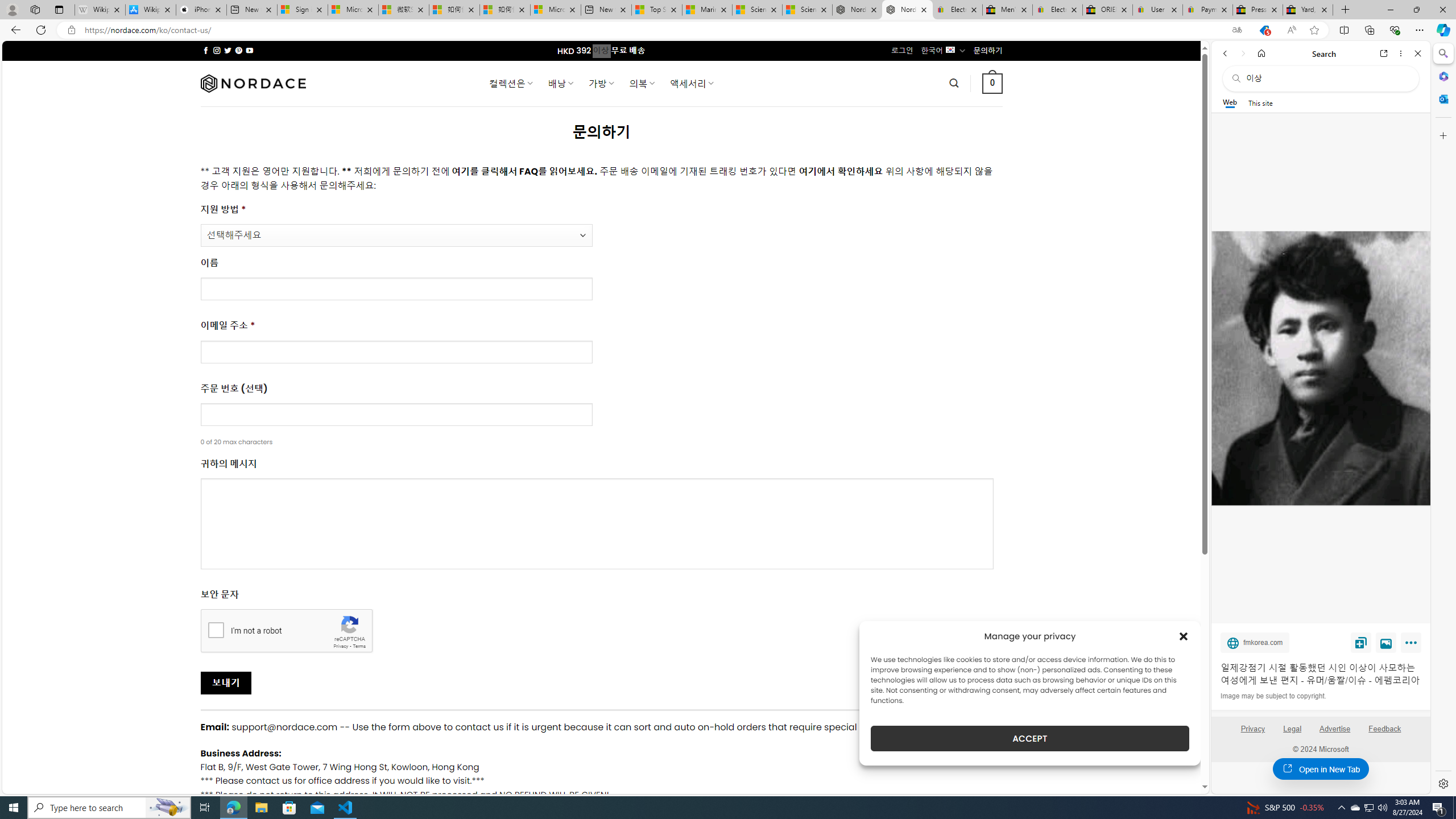 The image size is (1456, 819). What do you see at coordinates (992, 82) in the screenshot?
I see `' 0 '` at bounding box center [992, 82].